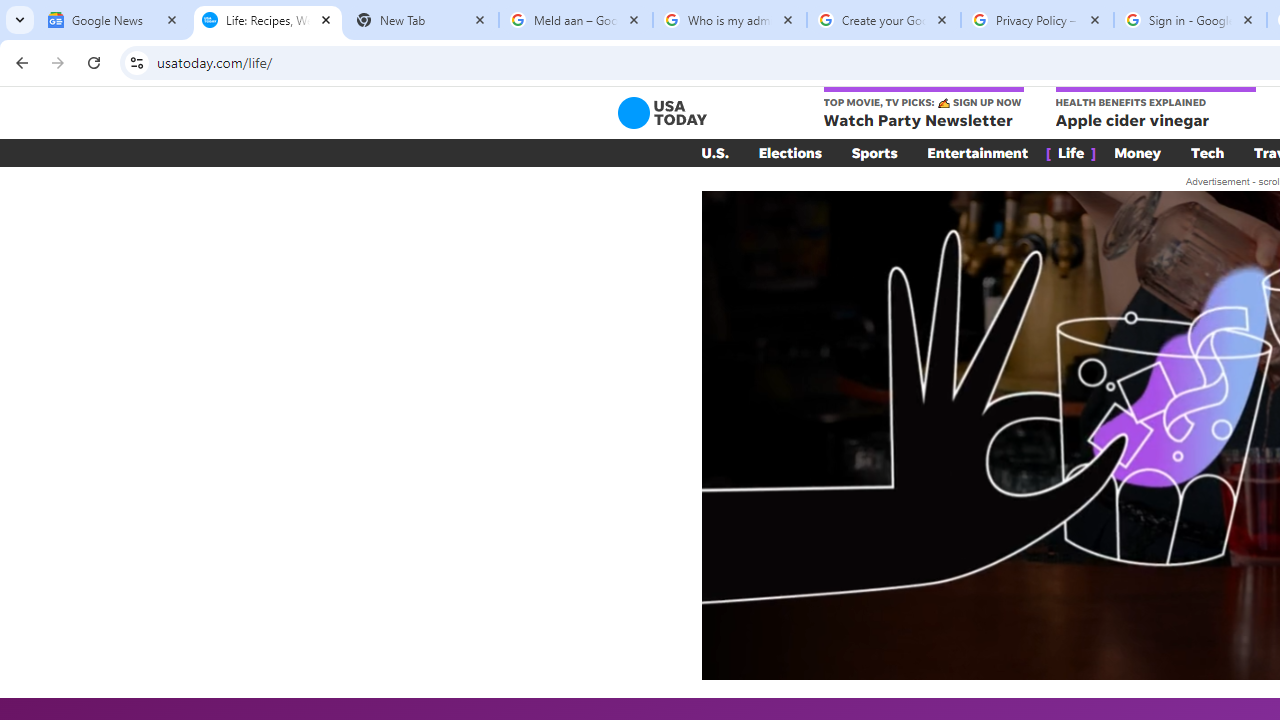 The image size is (1280, 720). Describe the element at coordinates (714, 152) in the screenshot. I see `'U.S.'` at that location.